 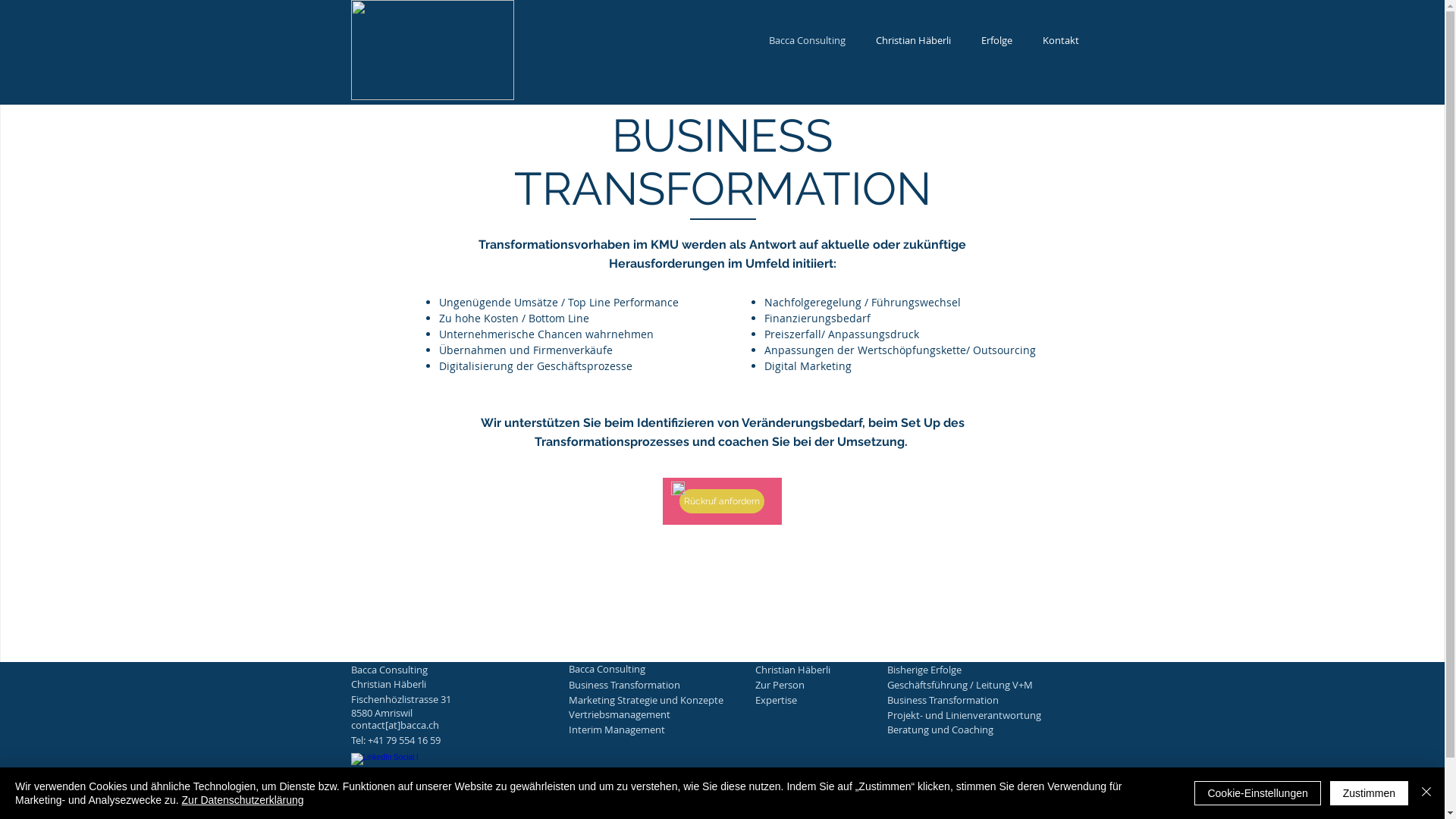 What do you see at coordinates (755, 684) in the screenshot?
I see `'Zur Person'` at bounding box center [755, 684].